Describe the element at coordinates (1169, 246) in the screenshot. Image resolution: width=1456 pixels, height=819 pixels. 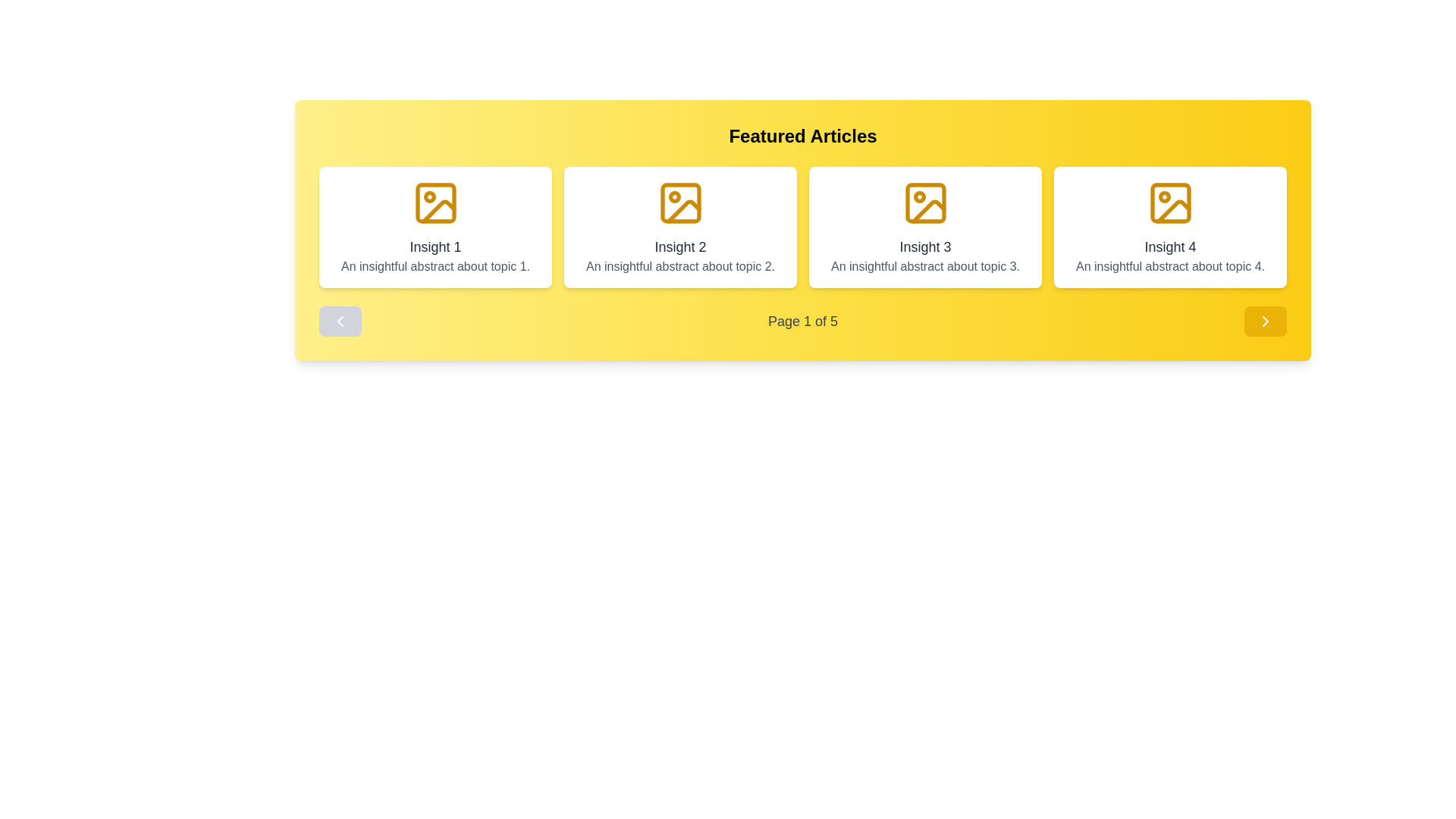
I see `text displayed in the text label 'Insight 4', which is centrally located in the fourth card of a horizontal grid layout` at that location.